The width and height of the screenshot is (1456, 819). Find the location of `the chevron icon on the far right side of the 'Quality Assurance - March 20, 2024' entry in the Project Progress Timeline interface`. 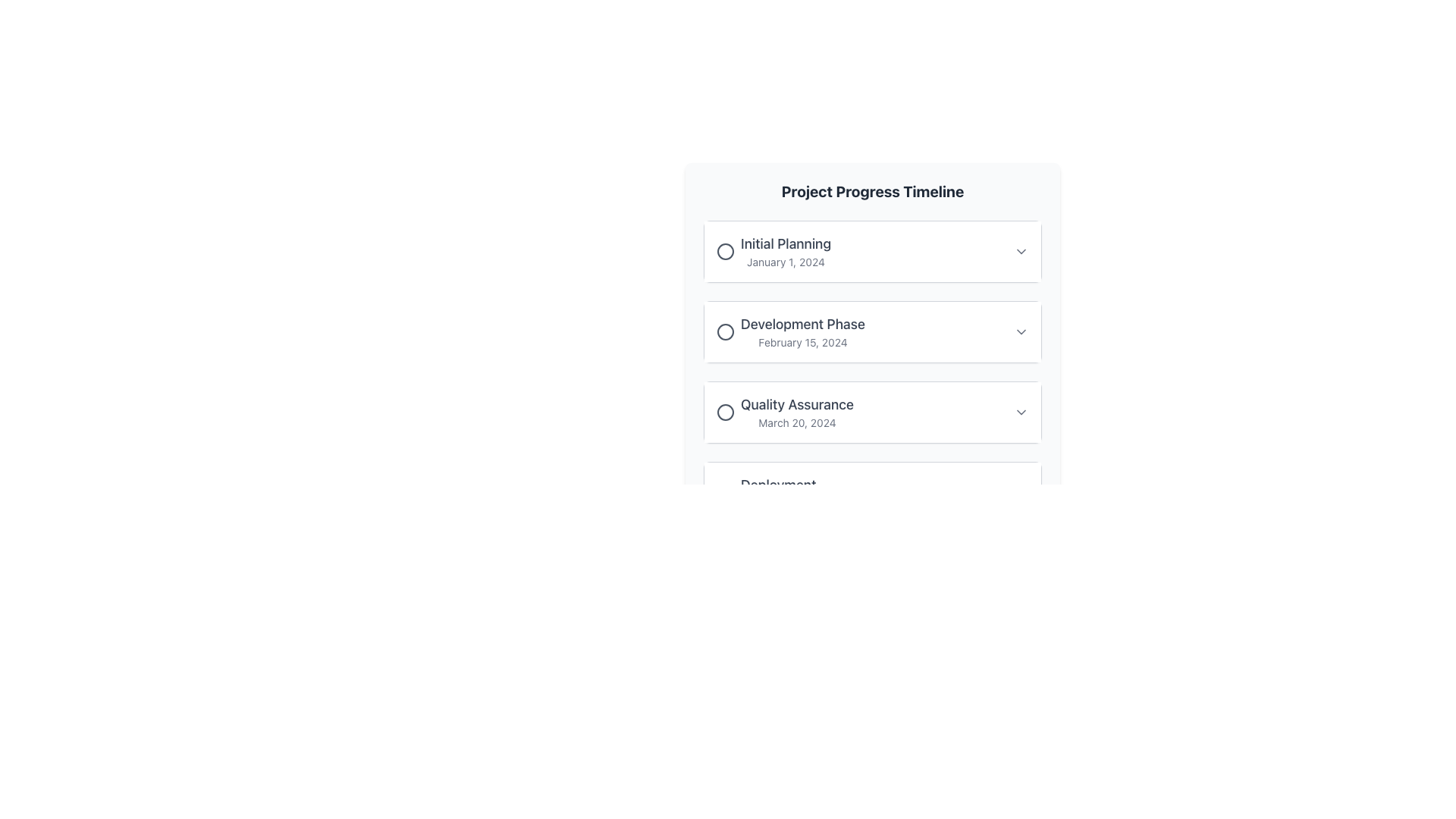

the chevron icon on the far right side of the 'Quality Assurance - March 20, 2024' entry in the Project Progress Timeline interface is located at coordinates (1021, 412).